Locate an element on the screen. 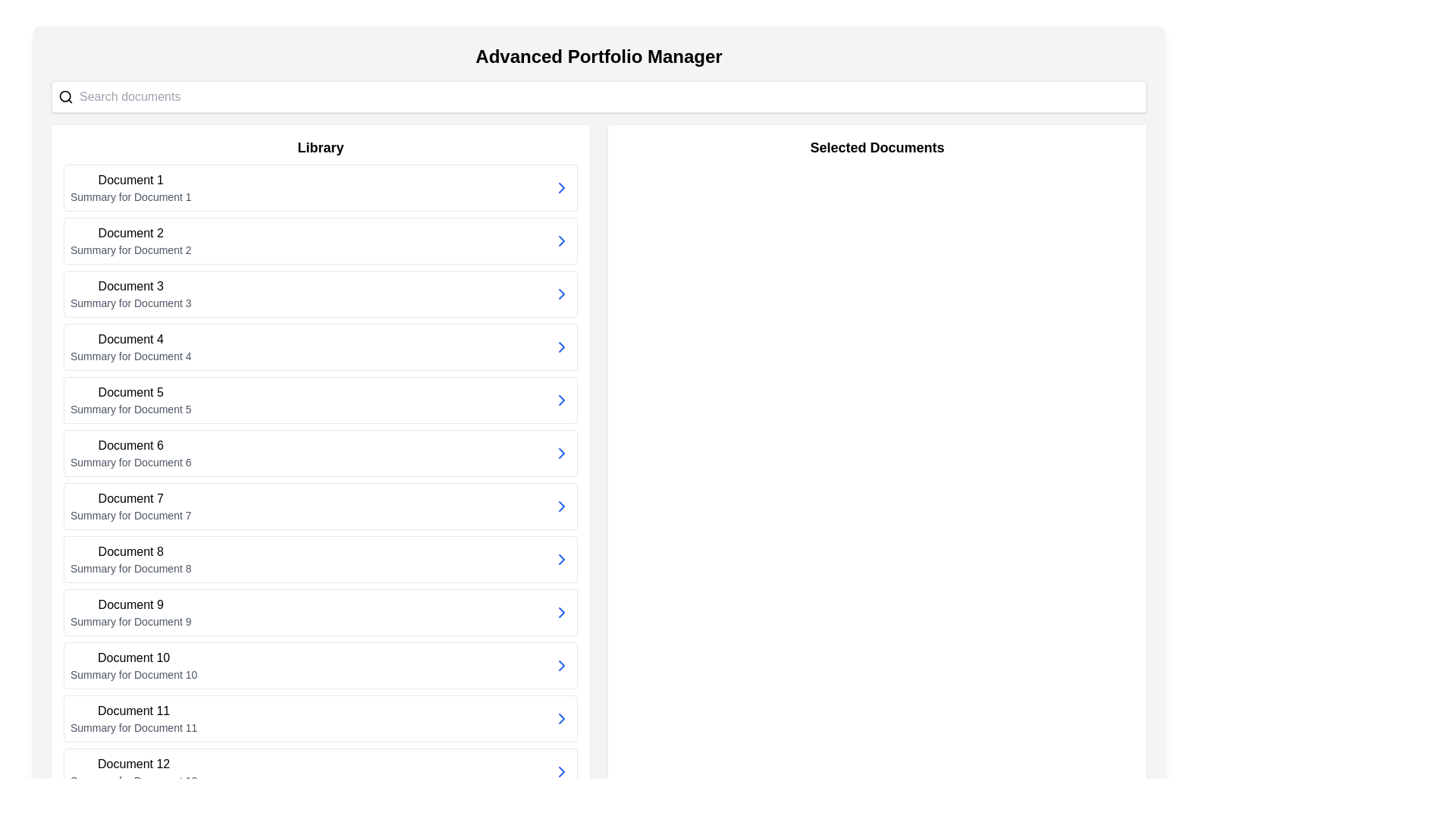 This screenshot has width=1456, height=819. the document entry in the Library section, which is the fourth item in the vertical list, located between 'Document 3' and 'Document 5' is located at coordinates (130, 347).